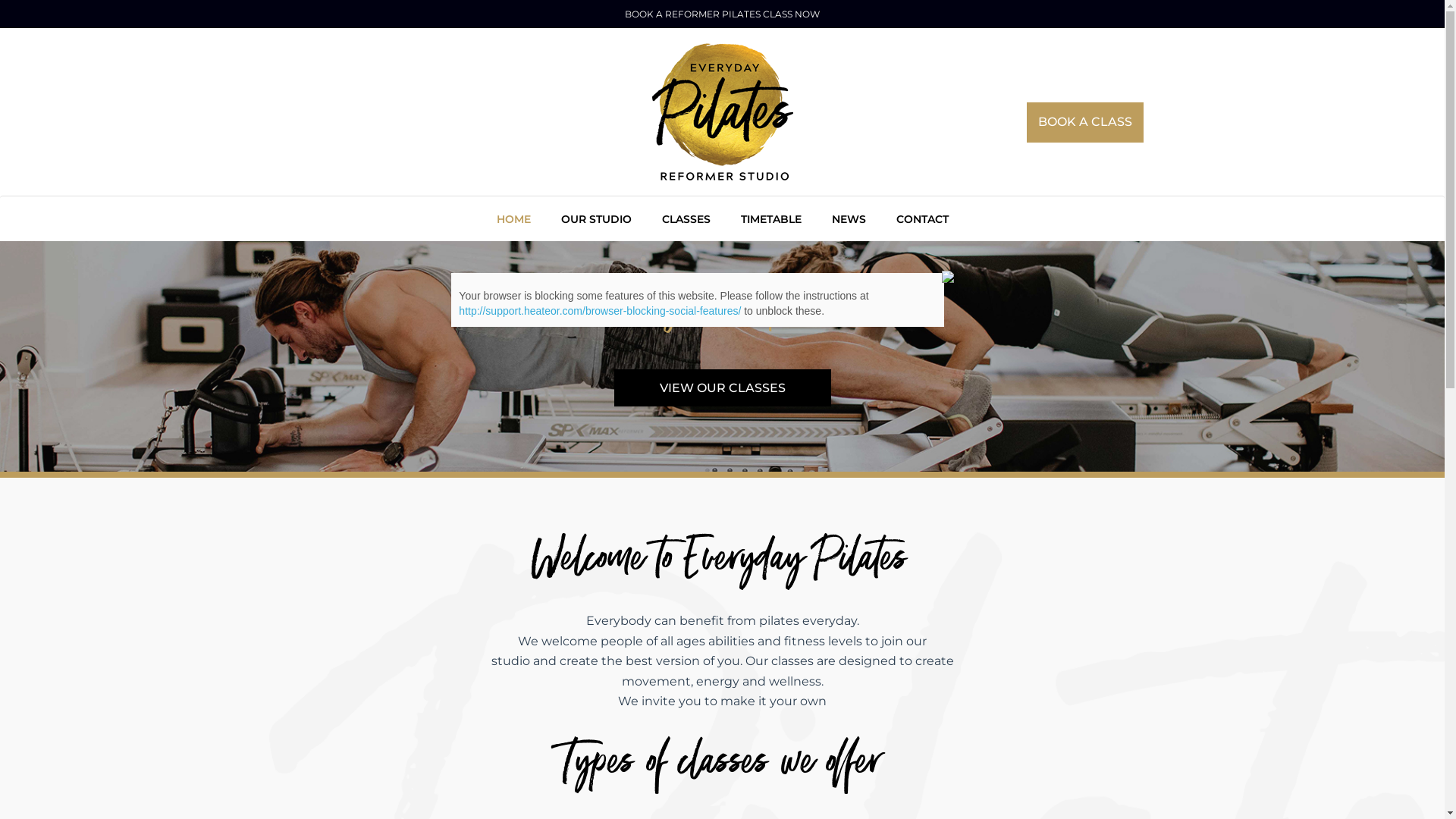  Describe the element at coordinates (513, 216) in the screenshot. I see `'HOME'` at that location.